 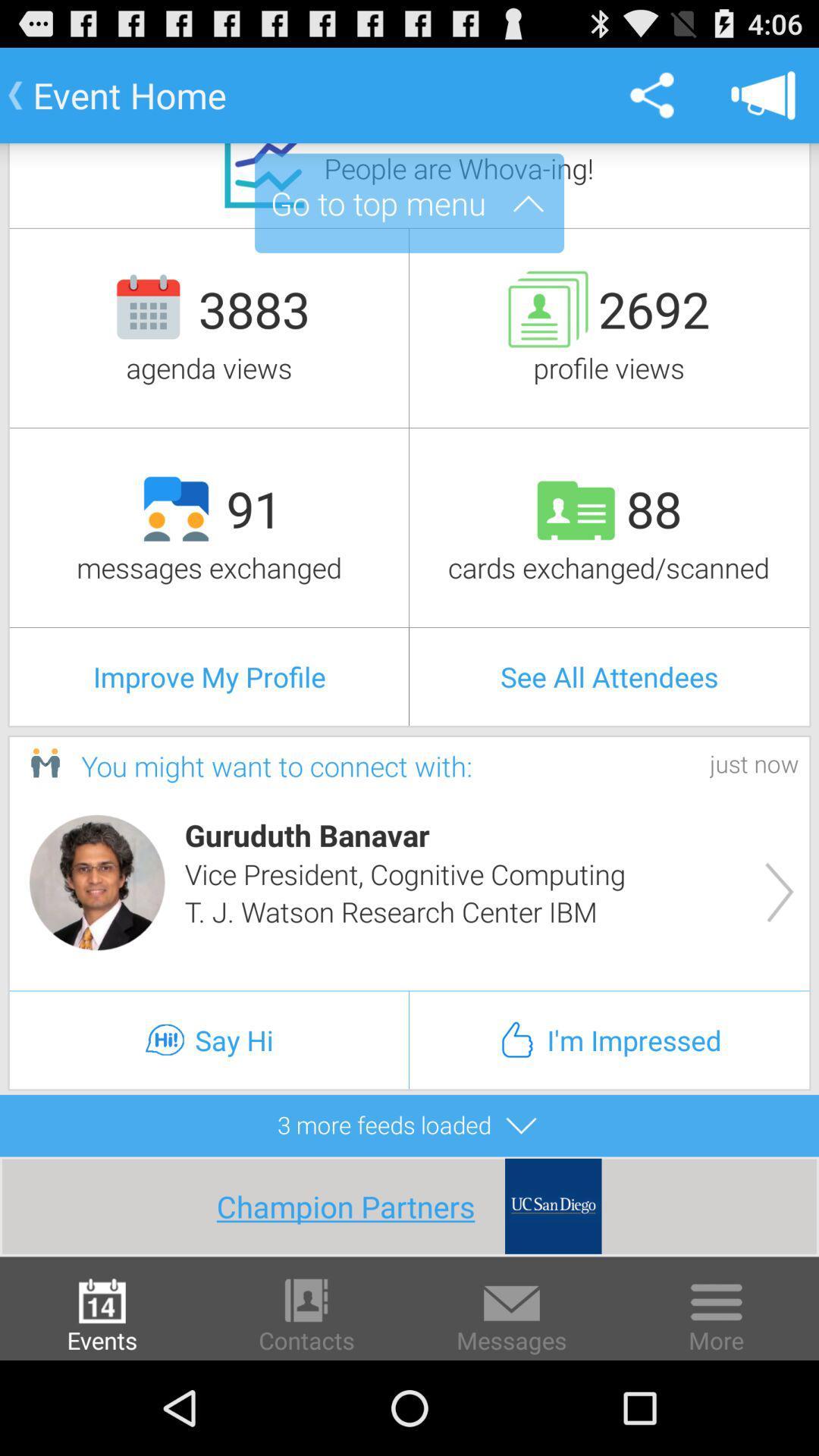 What do you see at coordinates (608, 676) in the screenshot?
I see `the see all attendees item` at bounding box center [608, 676].